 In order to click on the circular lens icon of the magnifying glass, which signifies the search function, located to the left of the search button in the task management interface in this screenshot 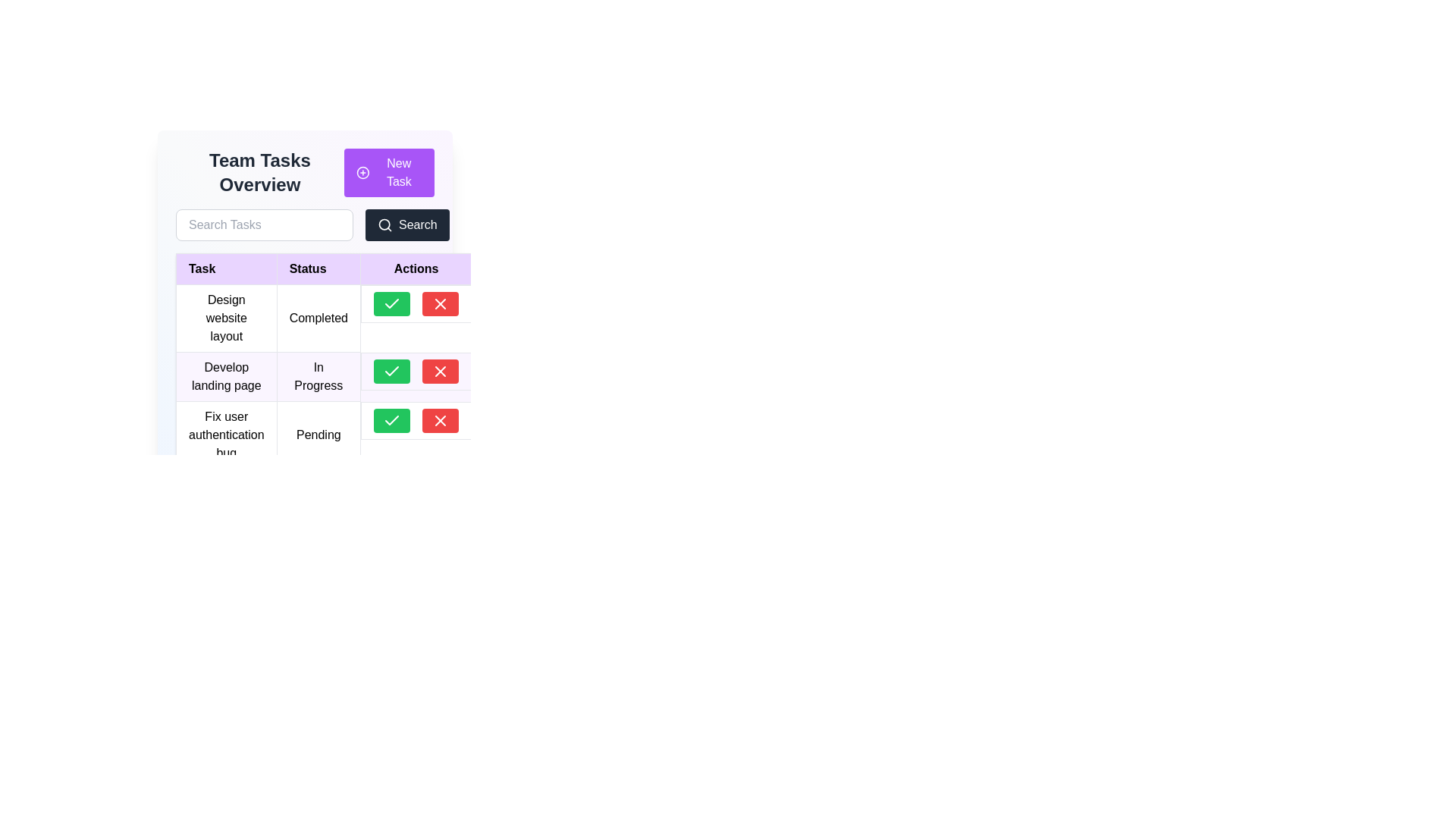, I will do `click(384, 224)`.